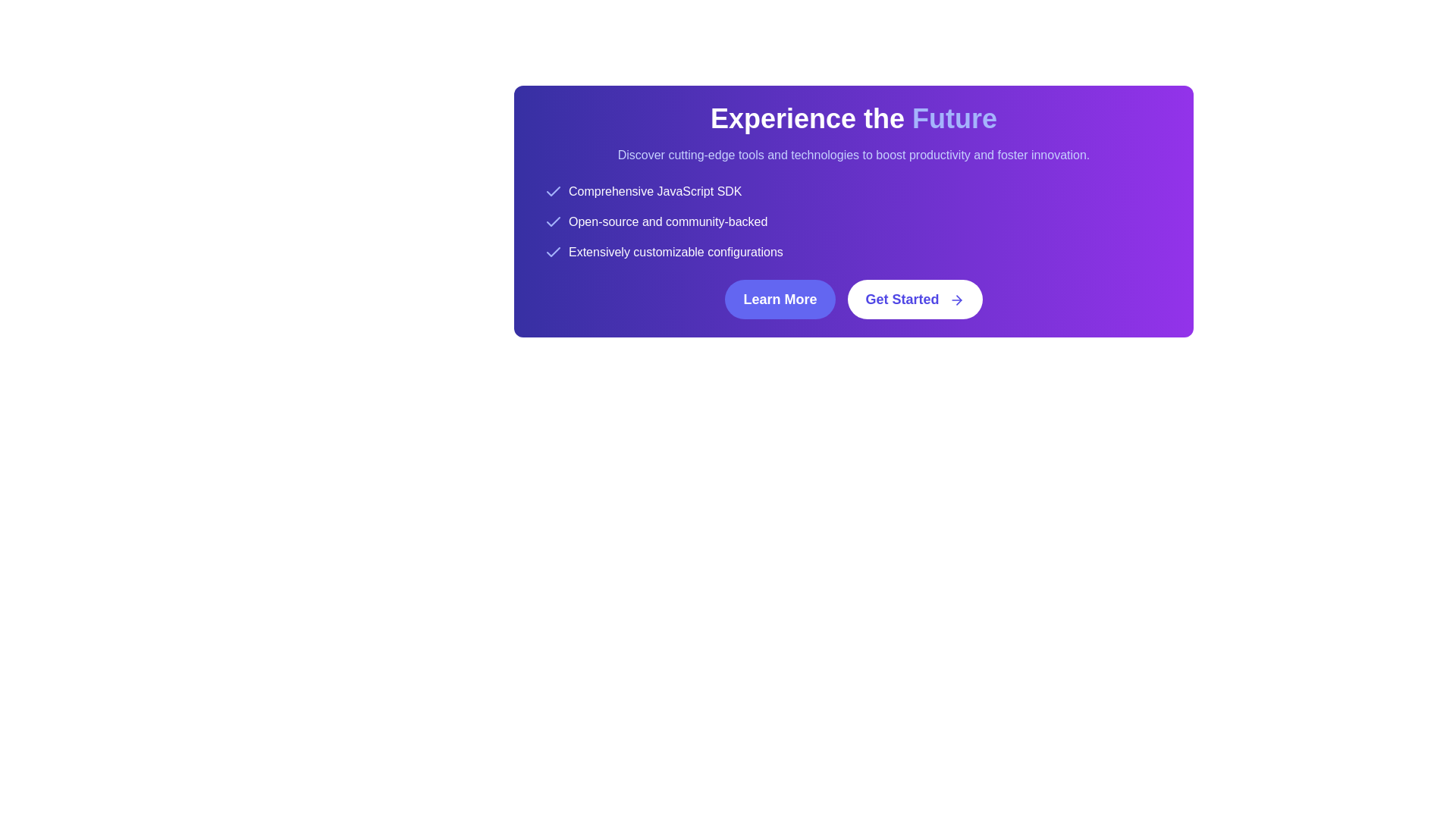  I want to click on the rightward arrow icon located at the end of the 'Get Started' button, which is part of a horizontal call-to-action interface, so click(955, 300).